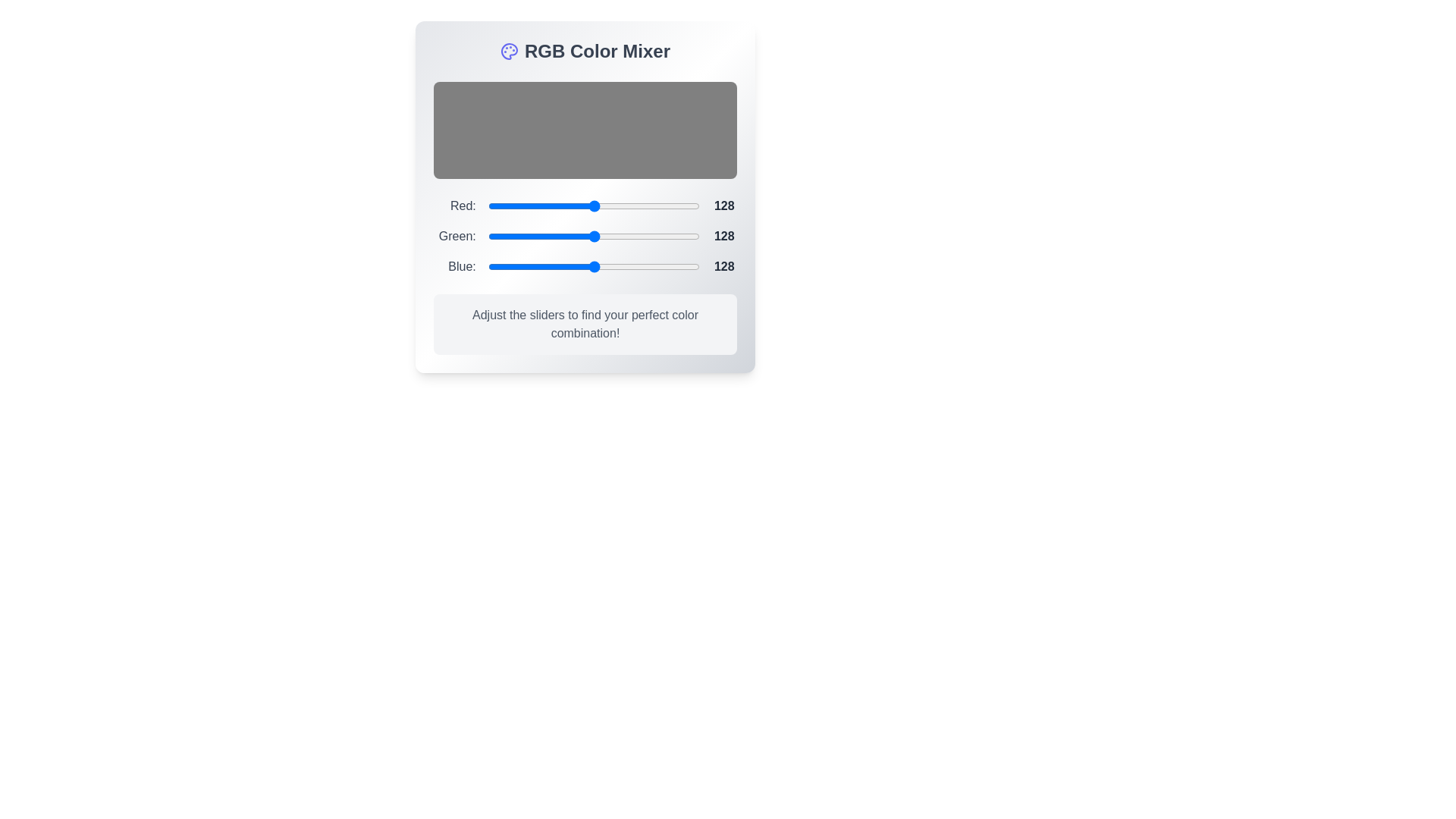  I want to click on the 0 slider to 78, so click(552, 206).